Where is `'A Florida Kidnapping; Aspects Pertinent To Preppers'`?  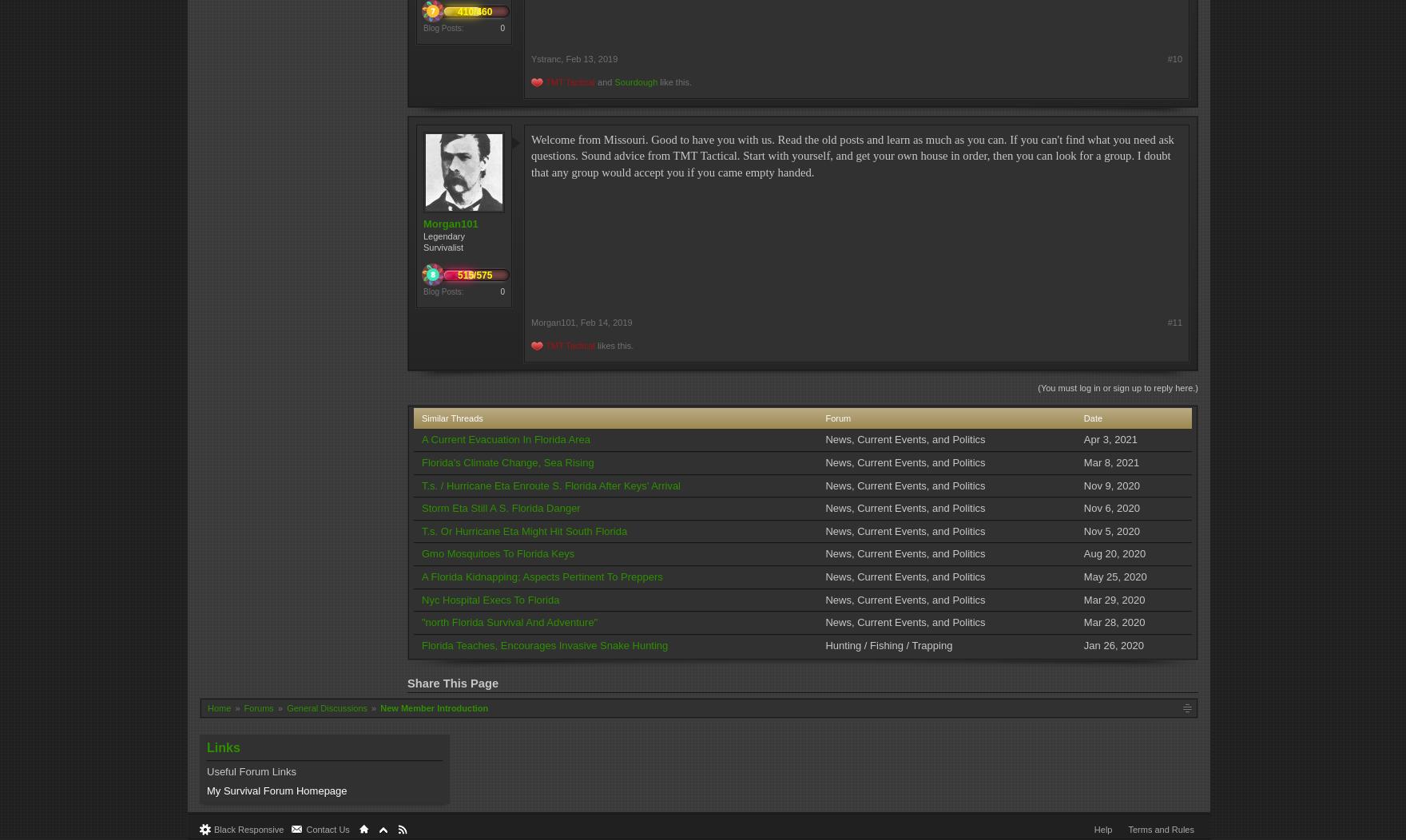
'A Florida Kidnapping; Aspects Pertinent To Preppers' is located at coordinates (541, 577).